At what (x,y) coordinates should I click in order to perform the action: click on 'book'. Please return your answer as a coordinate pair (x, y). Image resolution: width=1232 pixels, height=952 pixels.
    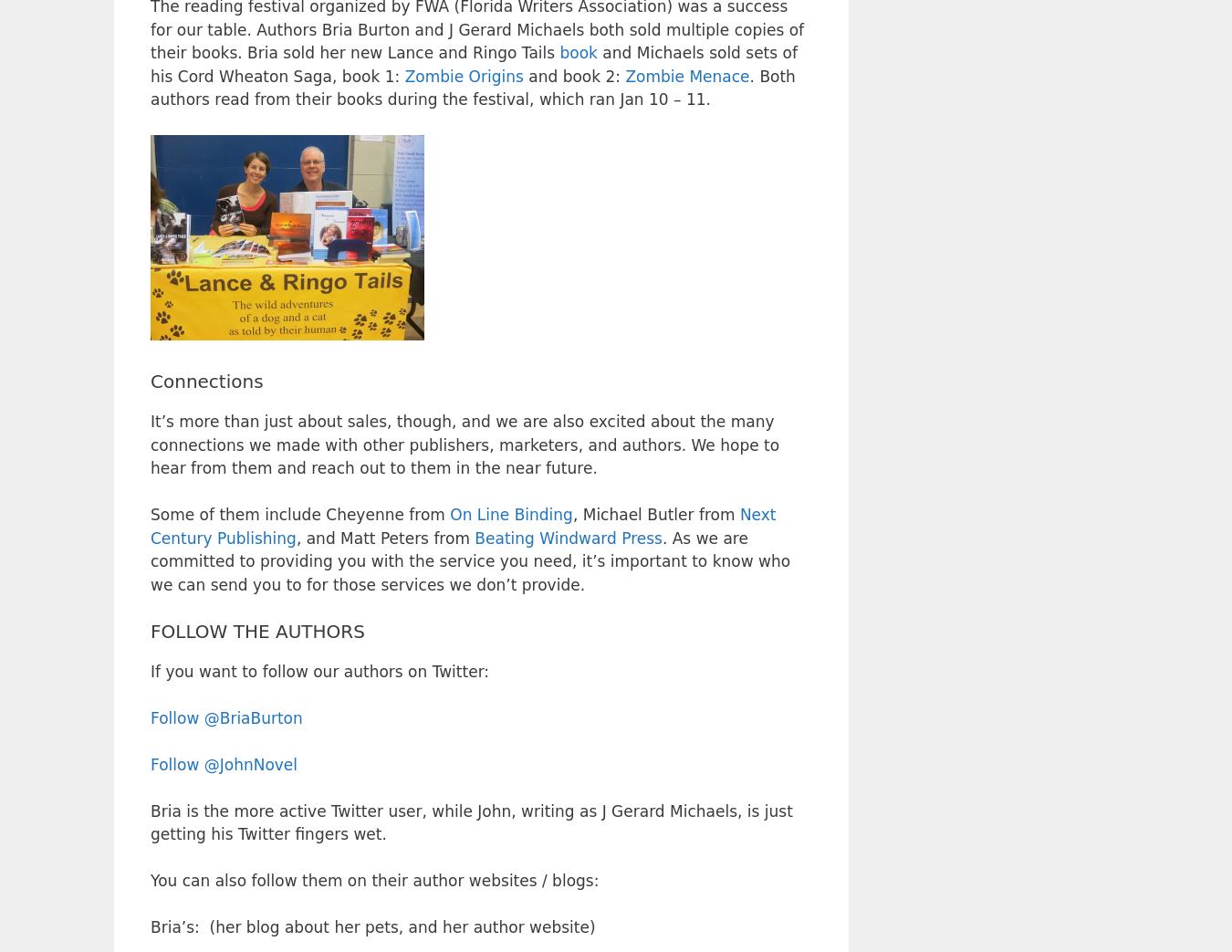
    Looking at the image, I should click on (578, 51).